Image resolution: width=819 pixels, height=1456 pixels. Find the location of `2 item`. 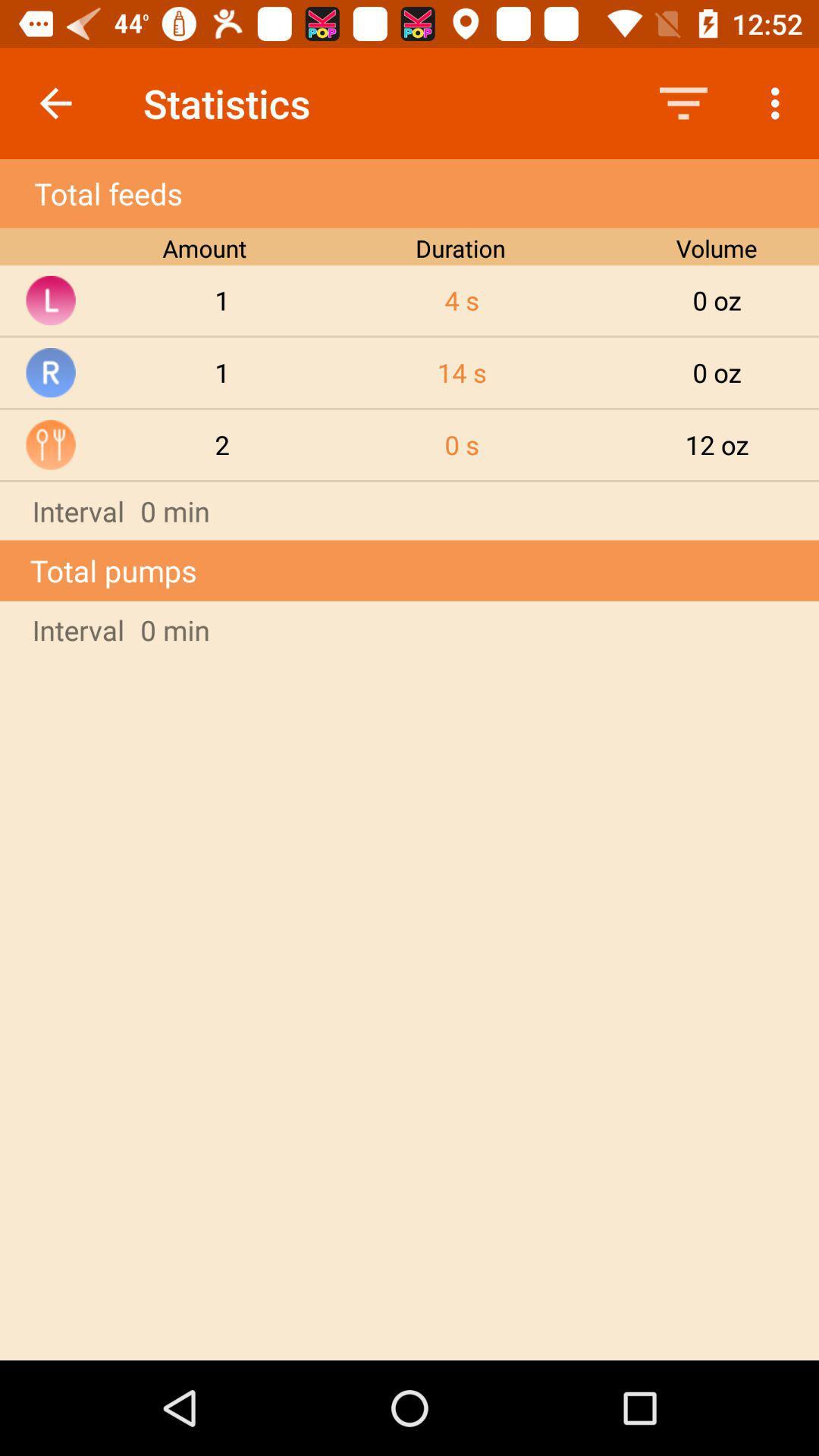

2 item is located at coordinates (222, 444).